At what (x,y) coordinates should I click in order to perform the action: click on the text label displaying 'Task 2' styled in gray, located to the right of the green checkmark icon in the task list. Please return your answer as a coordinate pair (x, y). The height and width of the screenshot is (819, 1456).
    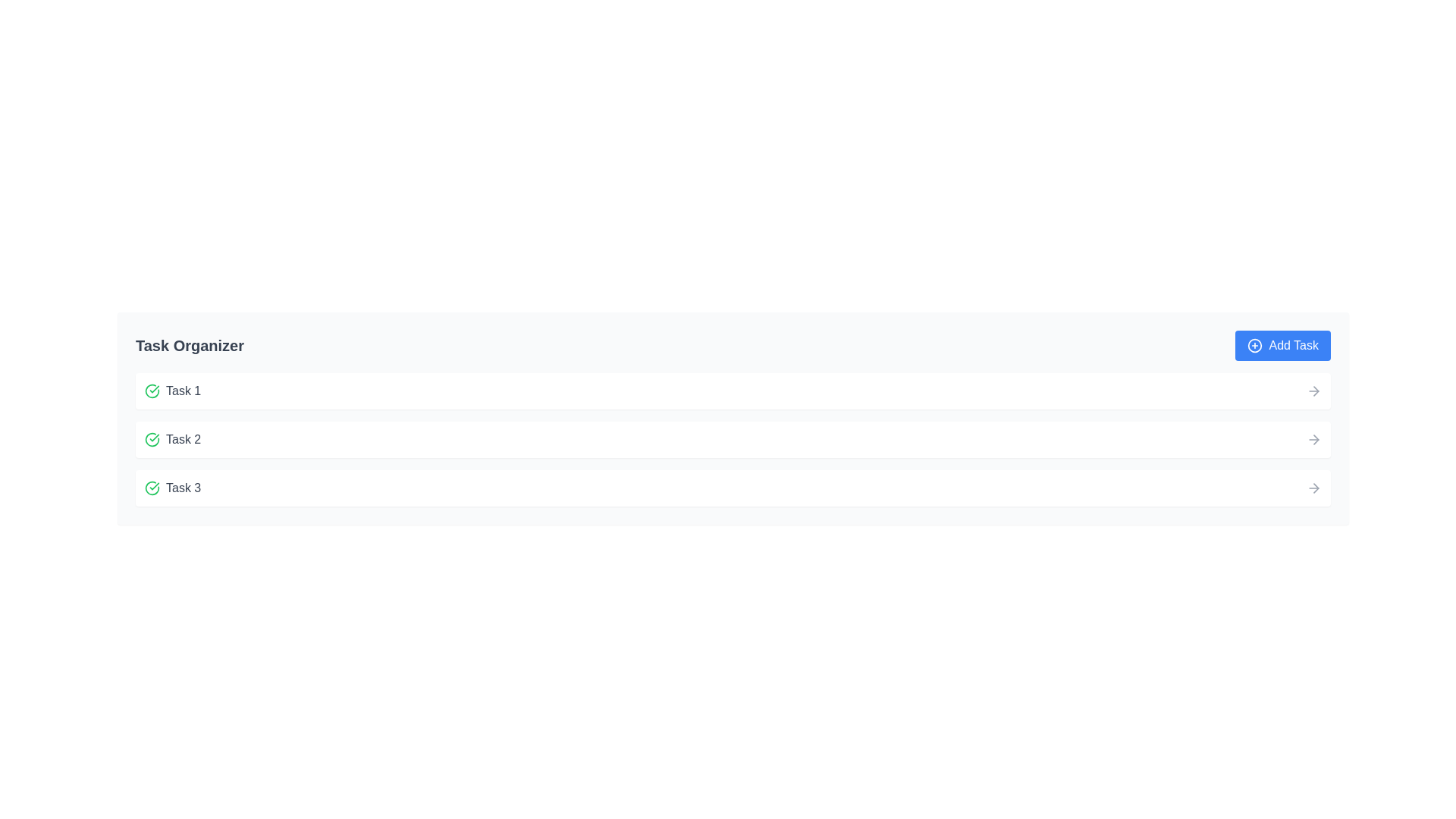
    Looking at the image, I should click on (183, 439).